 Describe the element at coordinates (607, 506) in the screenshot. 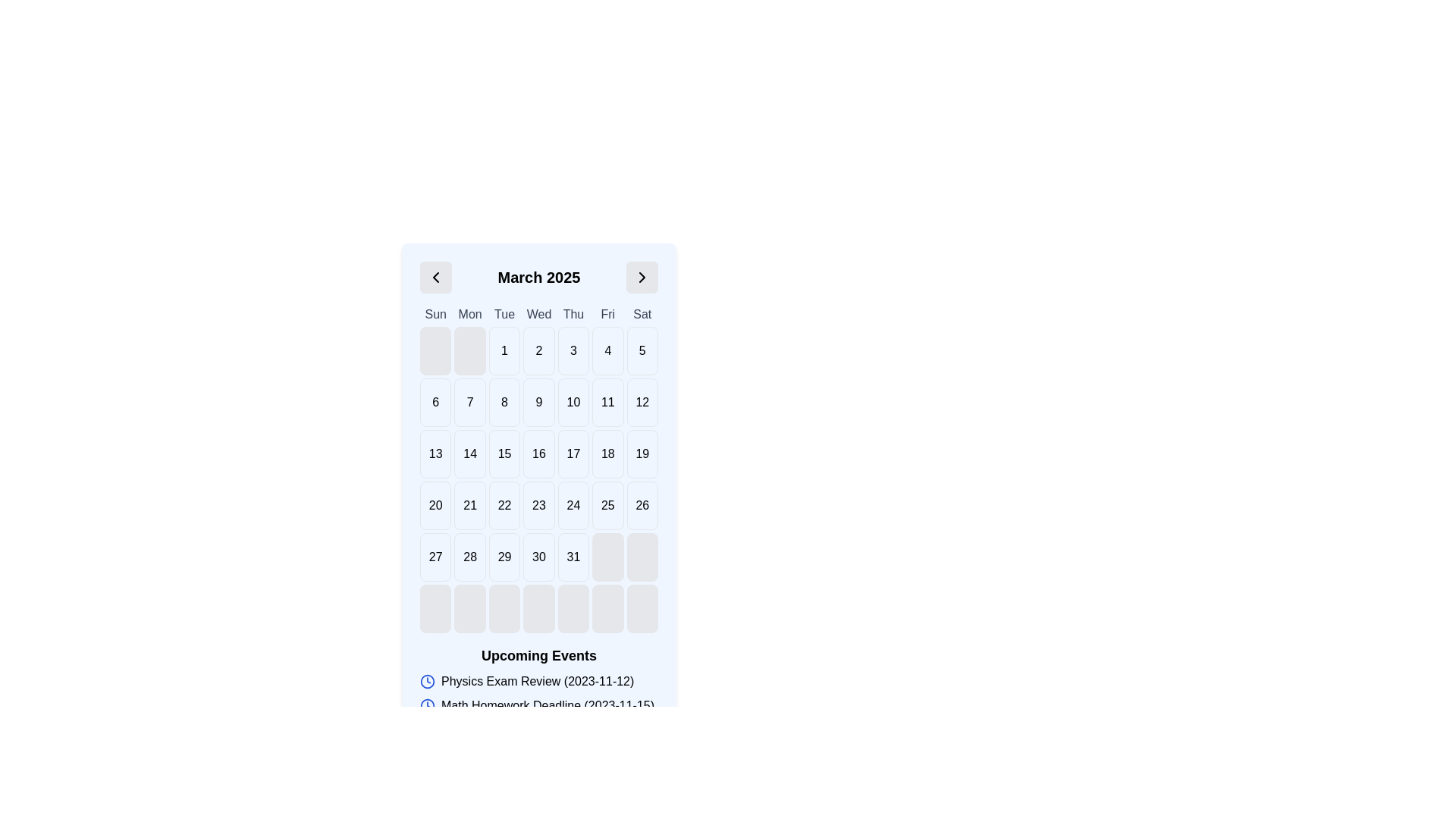

I see `the date selector button representing the date '25' in the calendar layout` at that location.